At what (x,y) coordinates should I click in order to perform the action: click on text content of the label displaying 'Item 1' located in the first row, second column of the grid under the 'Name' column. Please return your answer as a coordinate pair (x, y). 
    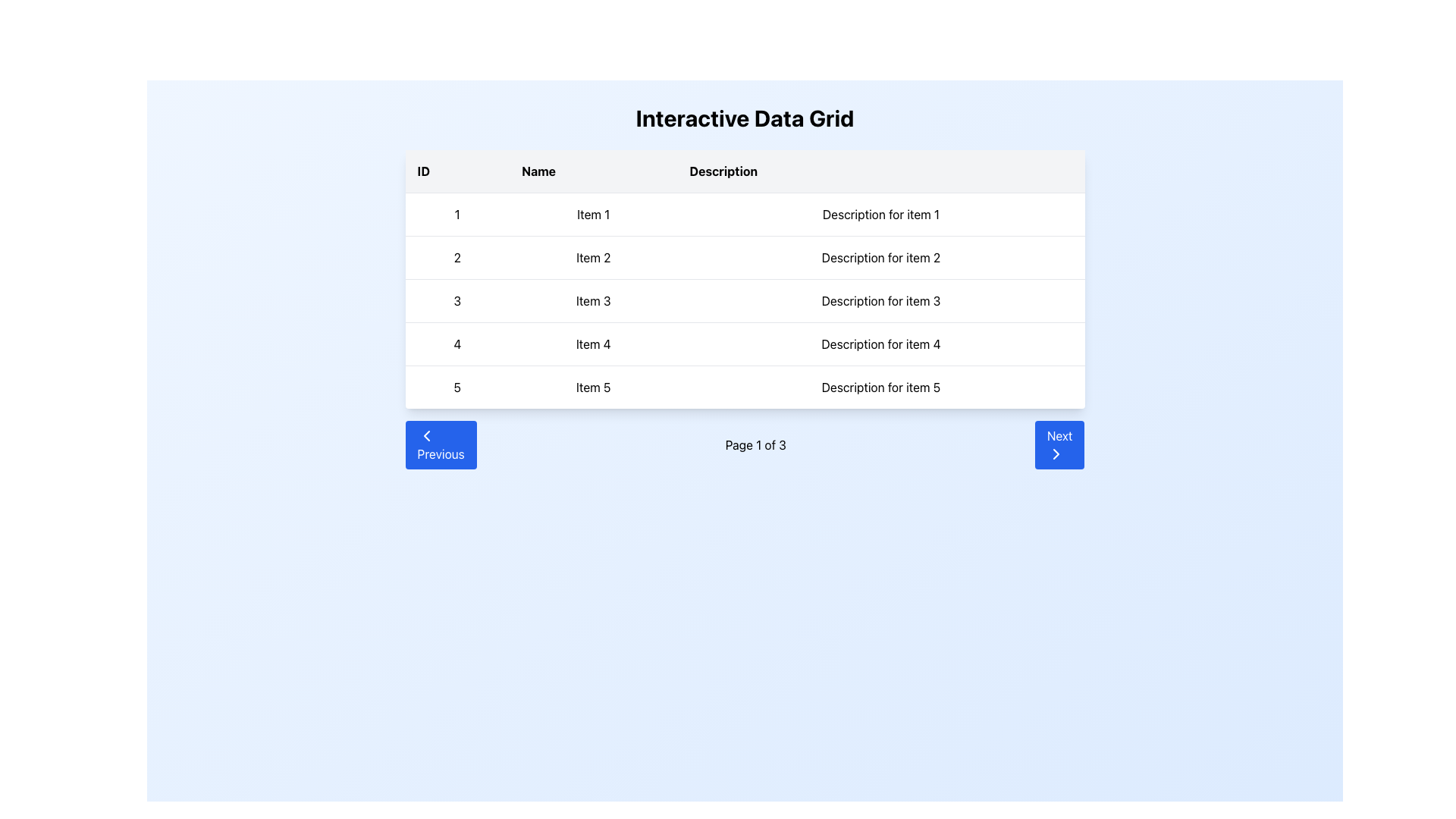
    Looking at the image, I should click on (592, 214).